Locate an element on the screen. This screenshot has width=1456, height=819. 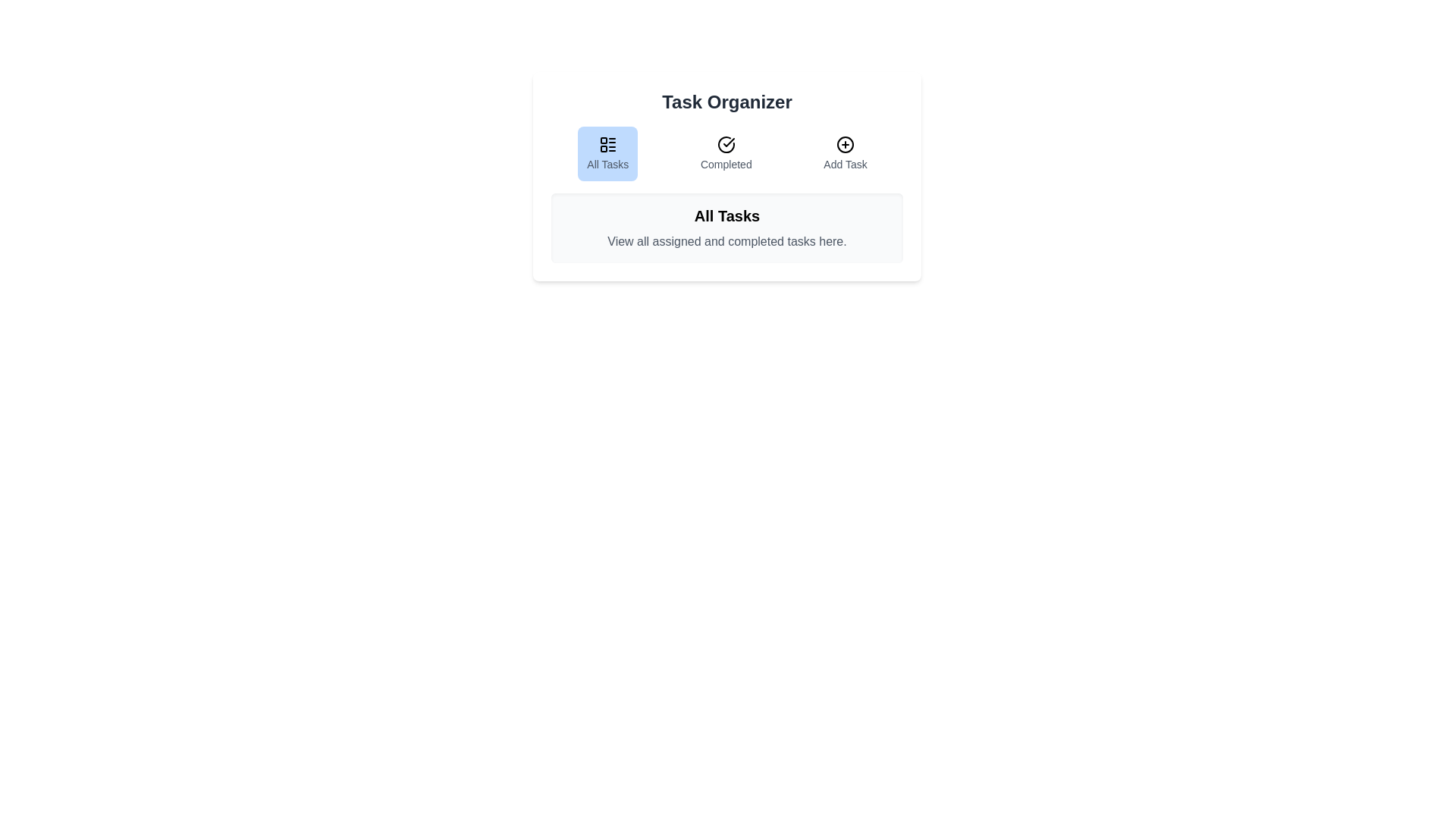
the tab labeled Completed is located at coordinates (725, 154).